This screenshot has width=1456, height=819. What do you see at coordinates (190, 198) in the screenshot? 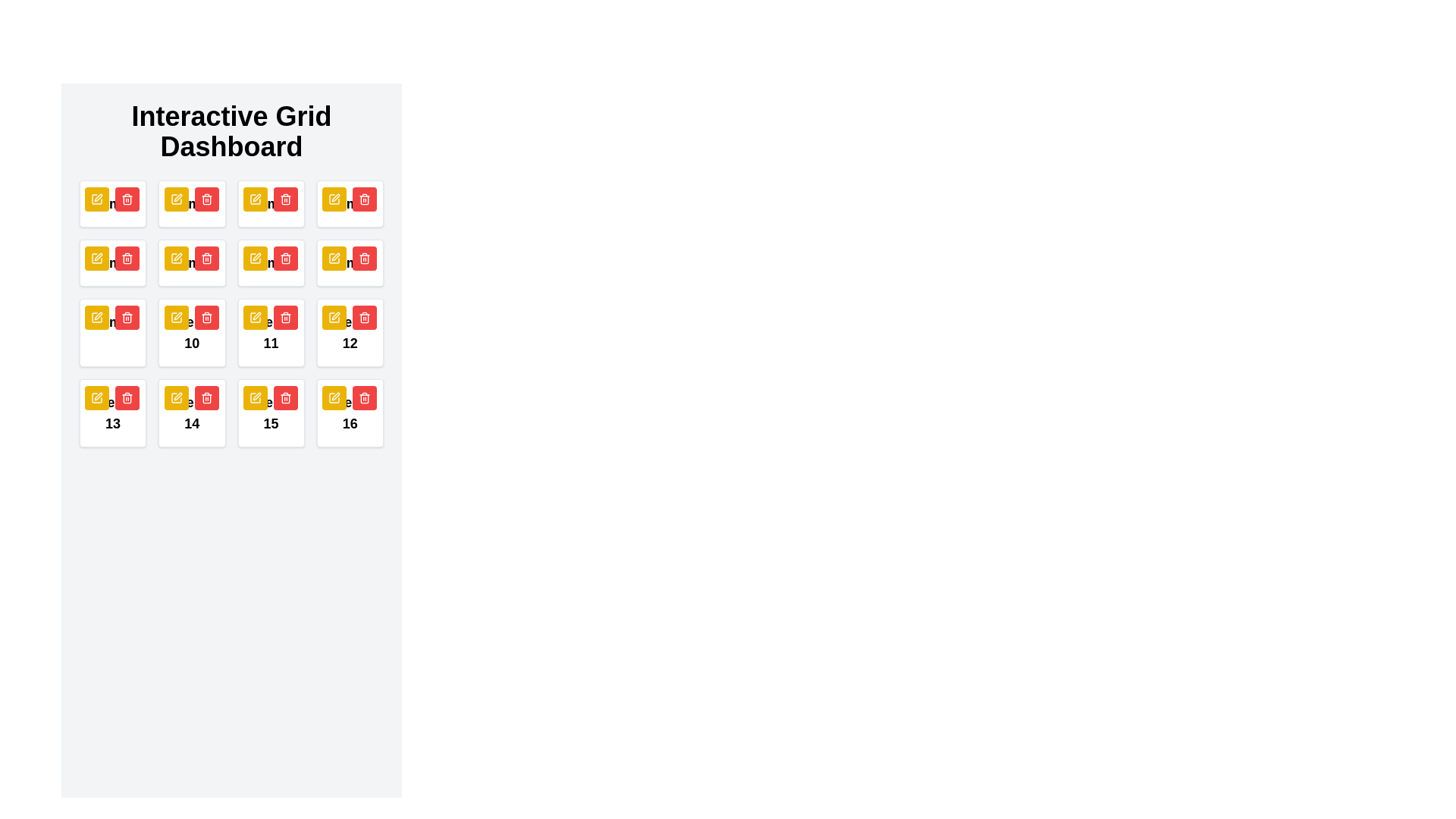
I see `the compound button group component containing the yellow edit button and the red delete button located in the top-right corner of the 'Item 2' block` at bounding box center [190, 198].